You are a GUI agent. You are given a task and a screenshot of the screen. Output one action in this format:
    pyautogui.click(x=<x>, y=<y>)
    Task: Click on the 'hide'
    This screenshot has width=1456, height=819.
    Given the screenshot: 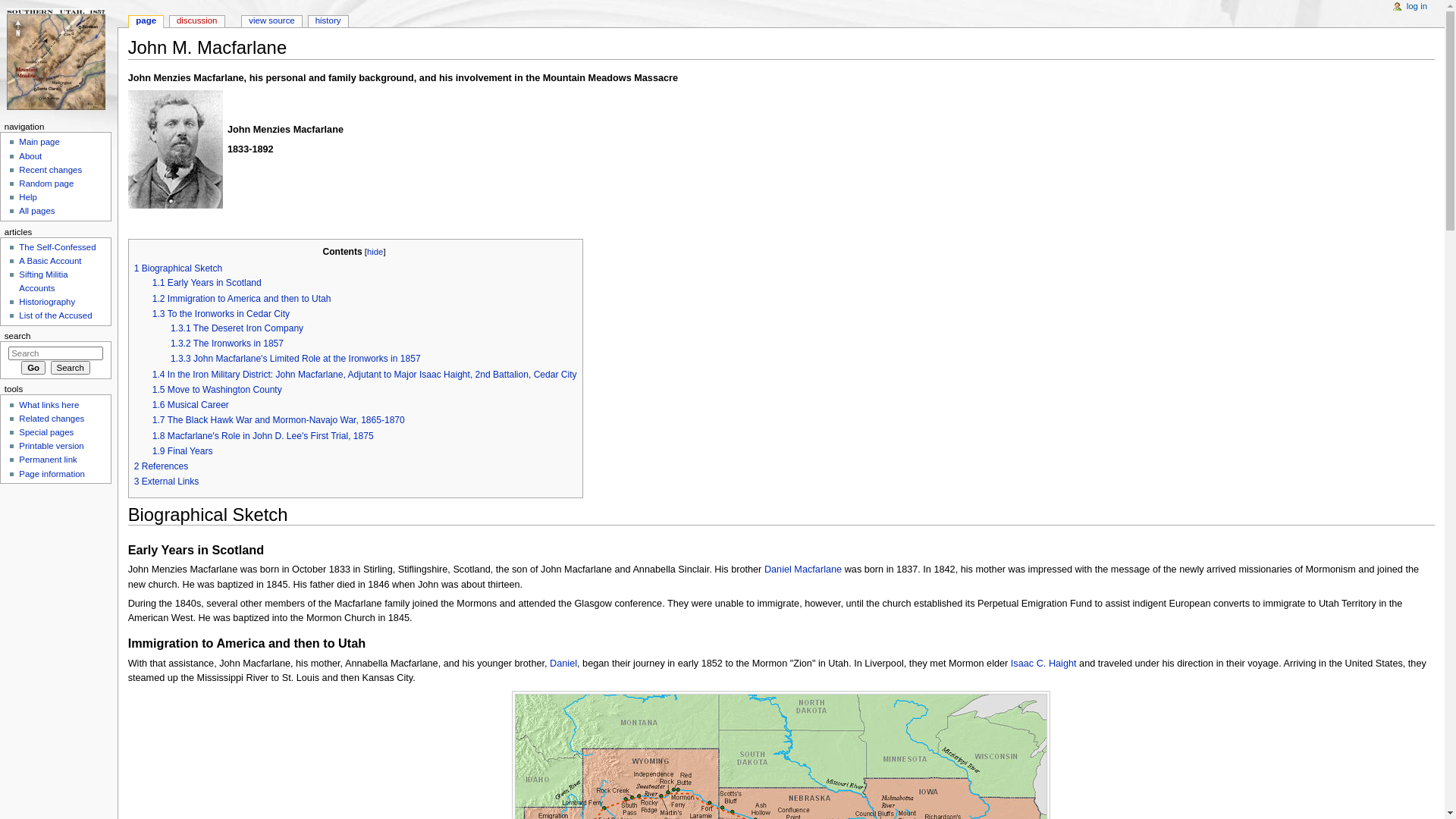 What is the action you would take?
    pyautogui.click(x=367, y=250)
    